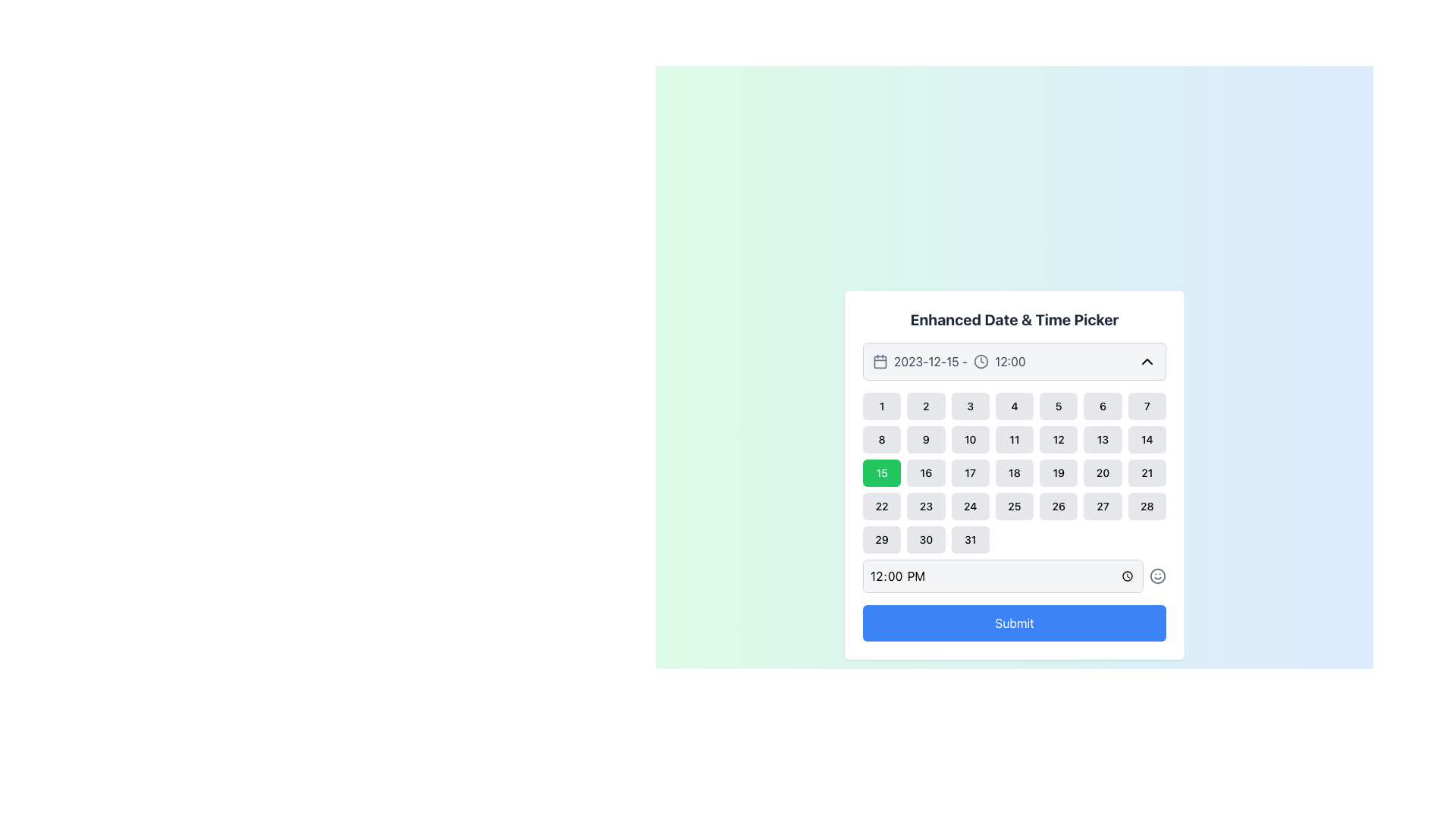 The image size is (1456, 819). What do you see at coordinates (1147, 406) in the screenshot?
I see `the clickable button for selecting the date corresponding to the number 7 in the calendar interface to trigger hover effects` at bounding box center [1147, 406].